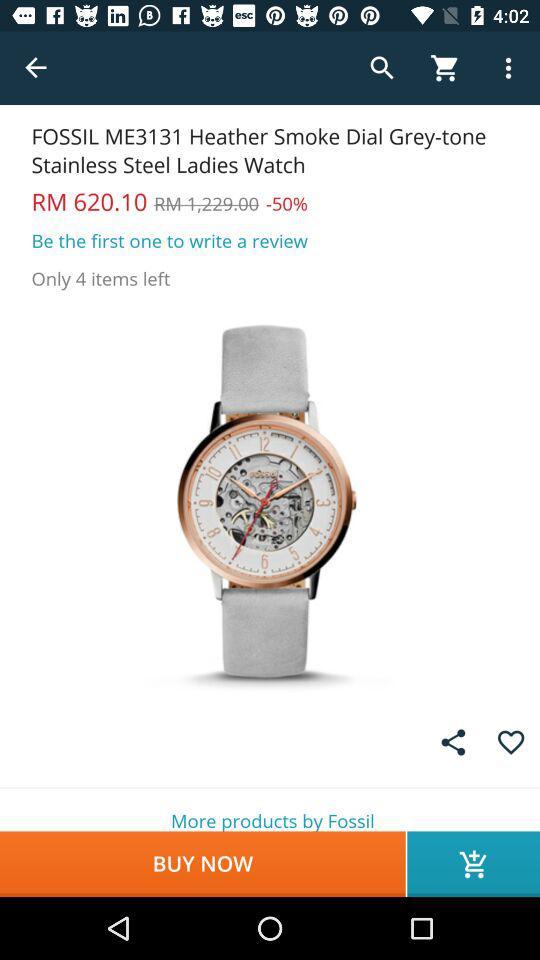  What do you see at coordinates (472, 863) in the screenshot?
I see `icon to the right of buy now` at bounding box center [472, 863].